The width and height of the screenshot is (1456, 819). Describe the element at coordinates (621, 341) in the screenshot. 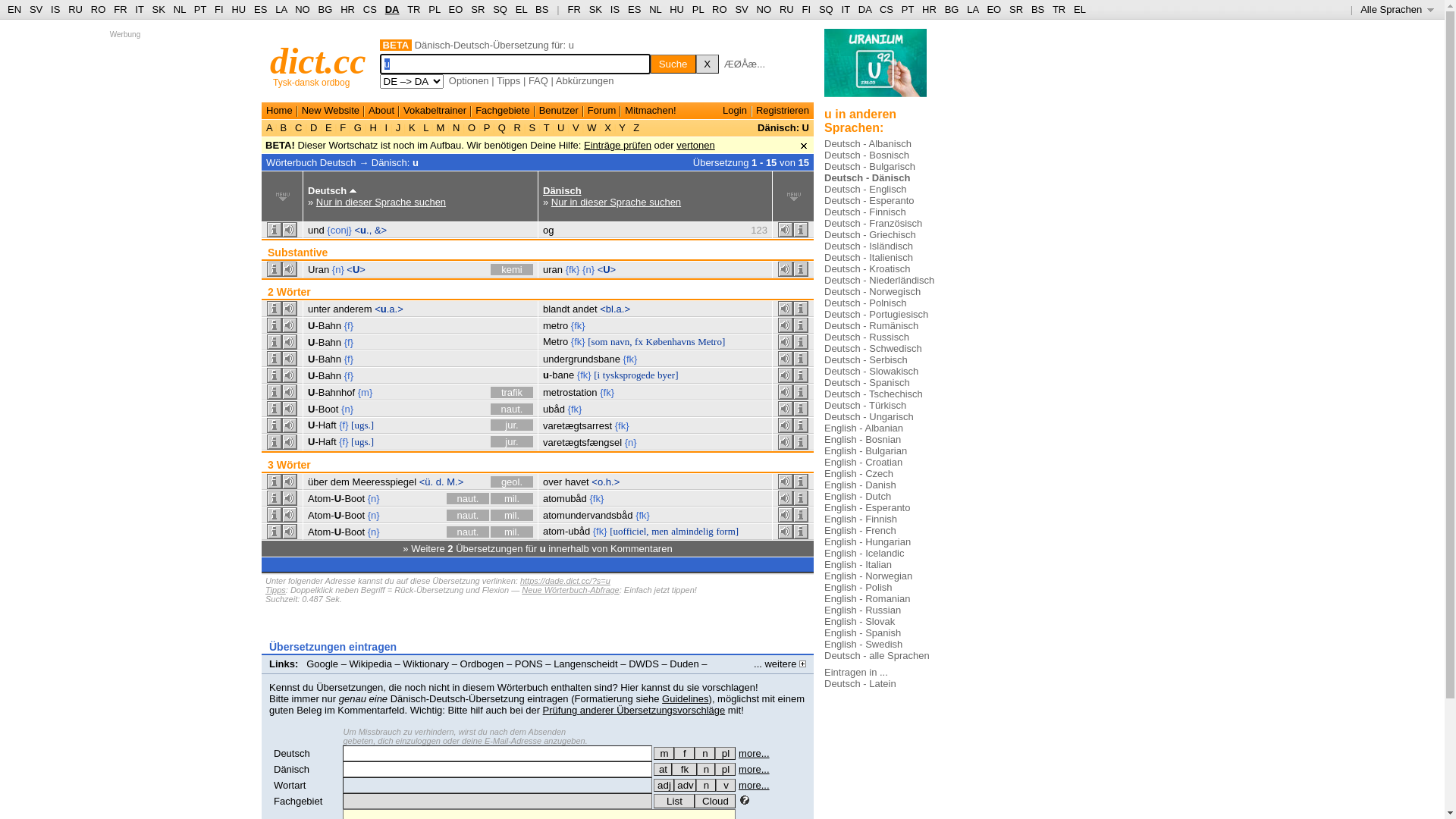

I see `'navn,'` at that location.